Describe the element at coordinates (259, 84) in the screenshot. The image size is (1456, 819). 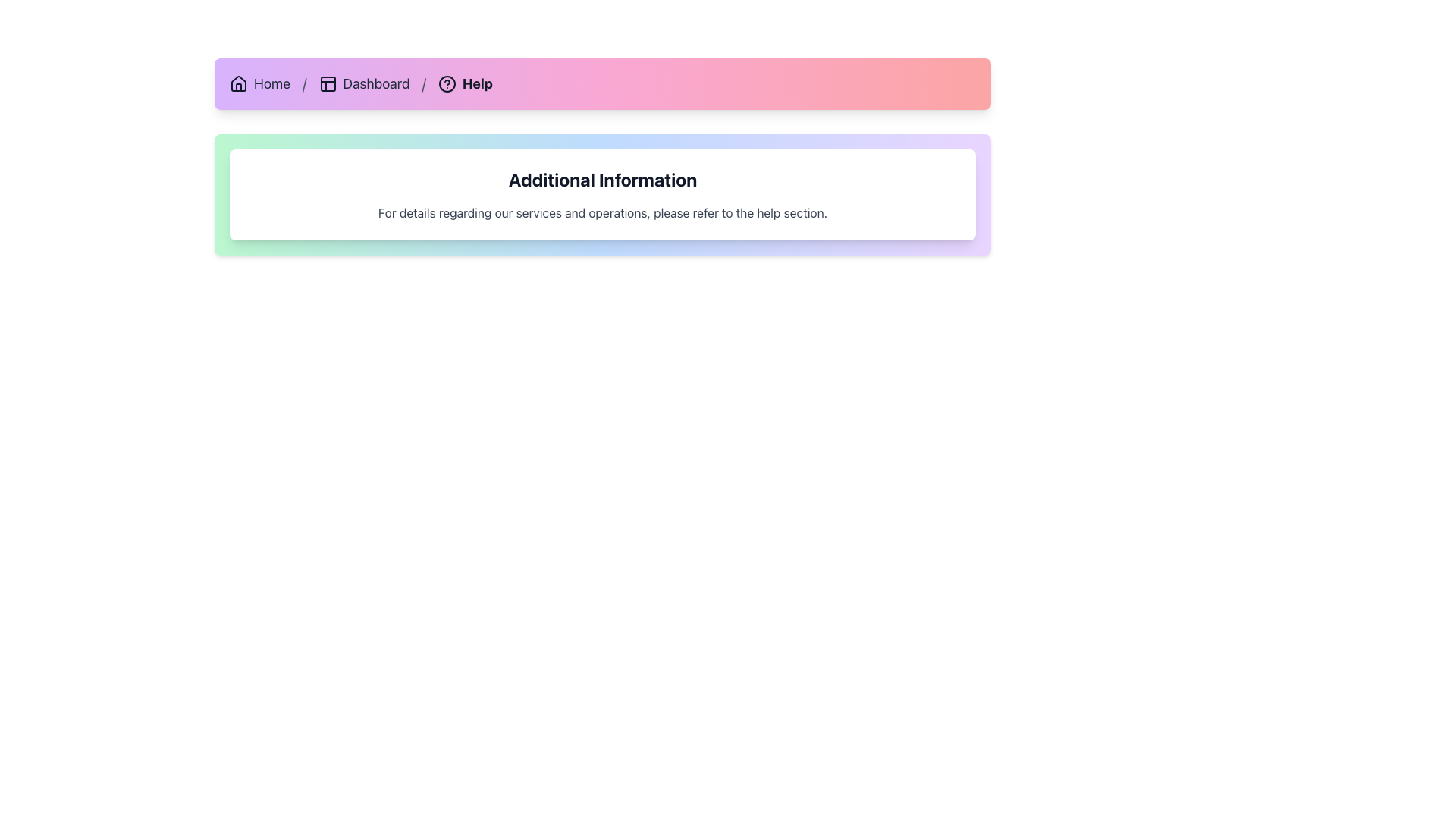
I see `the 'Home' breadcrumb item, which consists of a bold gray text label and a black house icon, located at the far left of the navigation bar` at that location.